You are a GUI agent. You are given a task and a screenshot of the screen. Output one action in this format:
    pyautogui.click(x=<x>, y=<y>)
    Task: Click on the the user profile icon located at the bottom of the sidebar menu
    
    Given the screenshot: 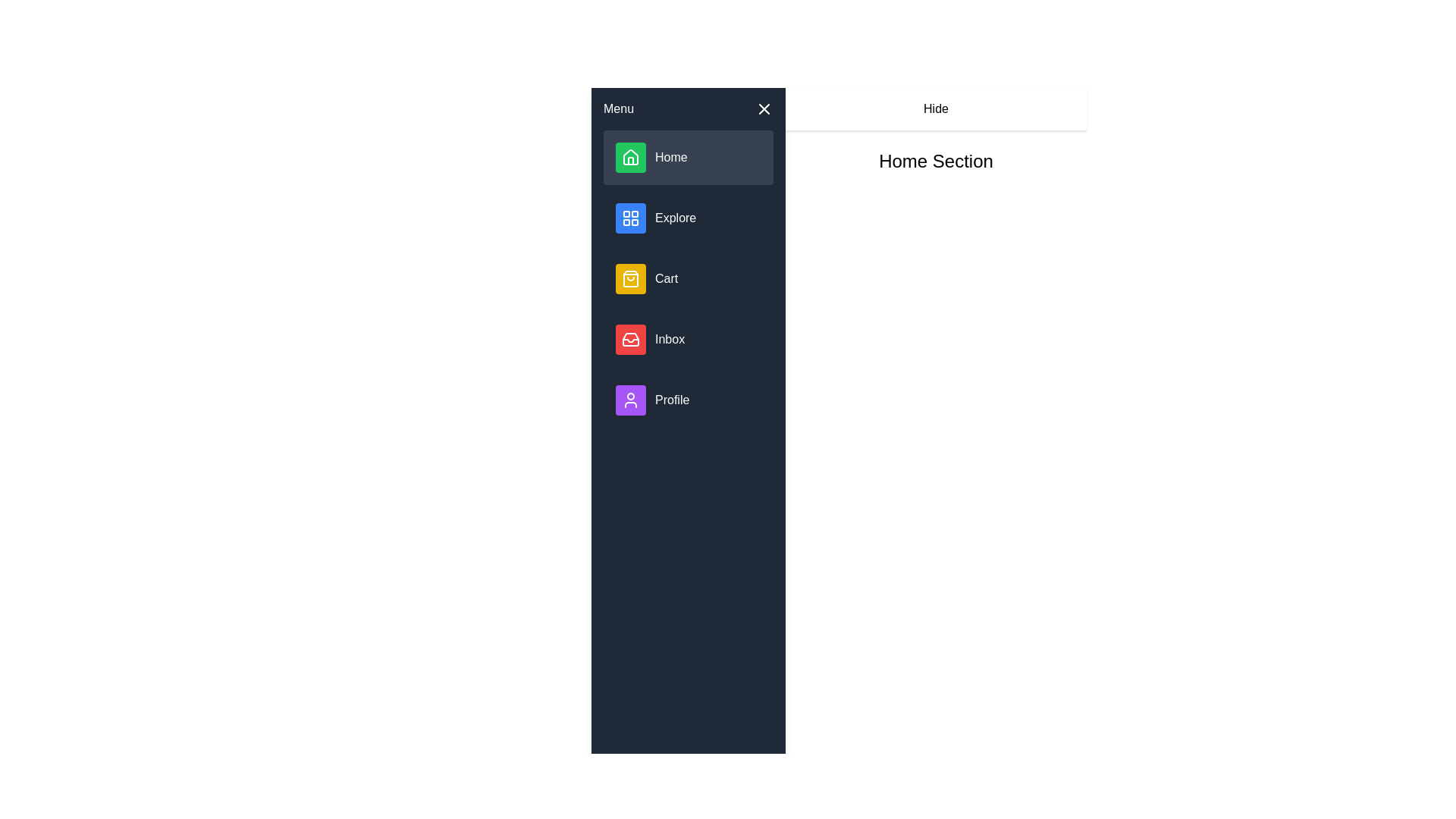 What is the action you would take?
    pyautogui.click(x=630, y=400)
    